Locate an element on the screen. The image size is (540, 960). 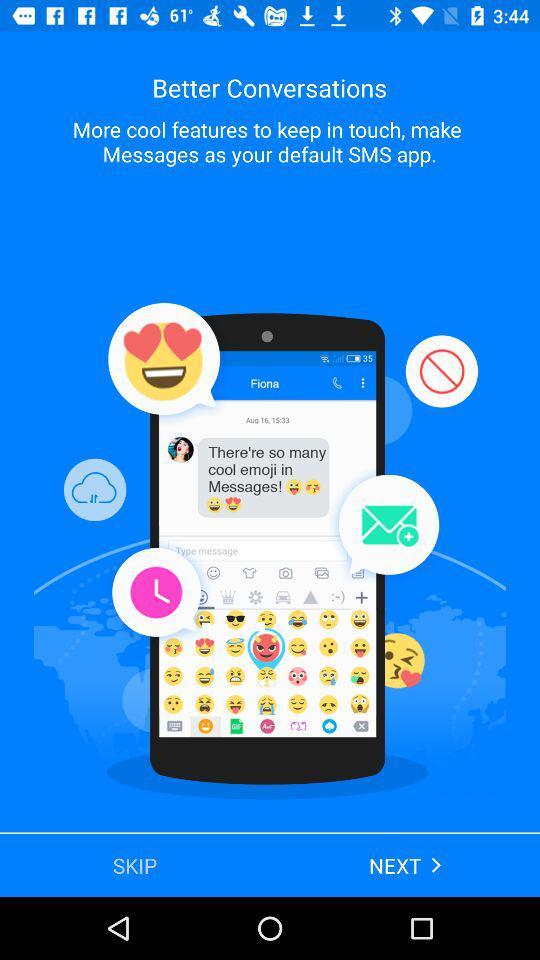
the skip at the bottom left corner is located at coordinates (135, 864).